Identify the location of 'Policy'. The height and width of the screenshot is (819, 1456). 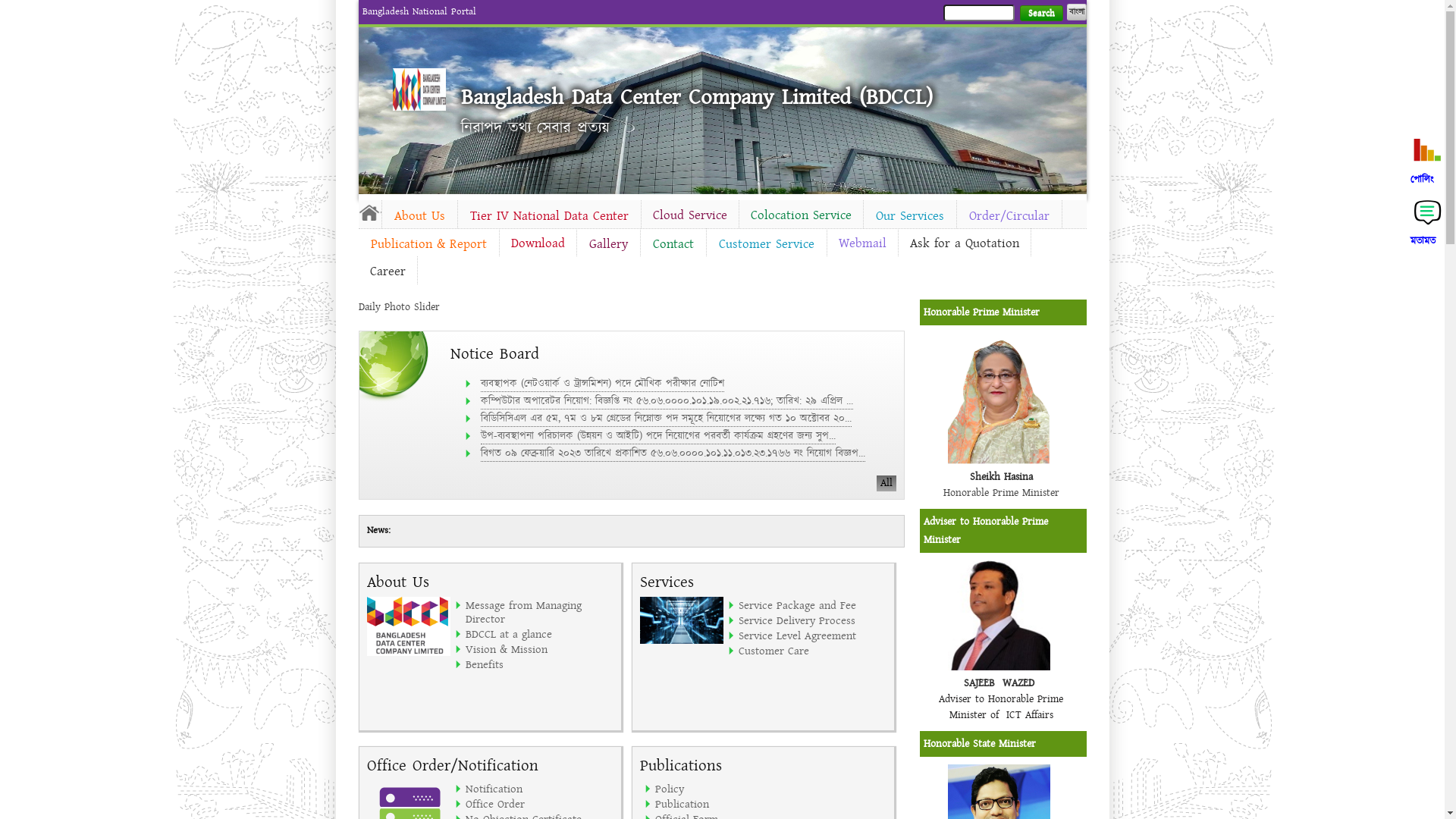
(729, 788).